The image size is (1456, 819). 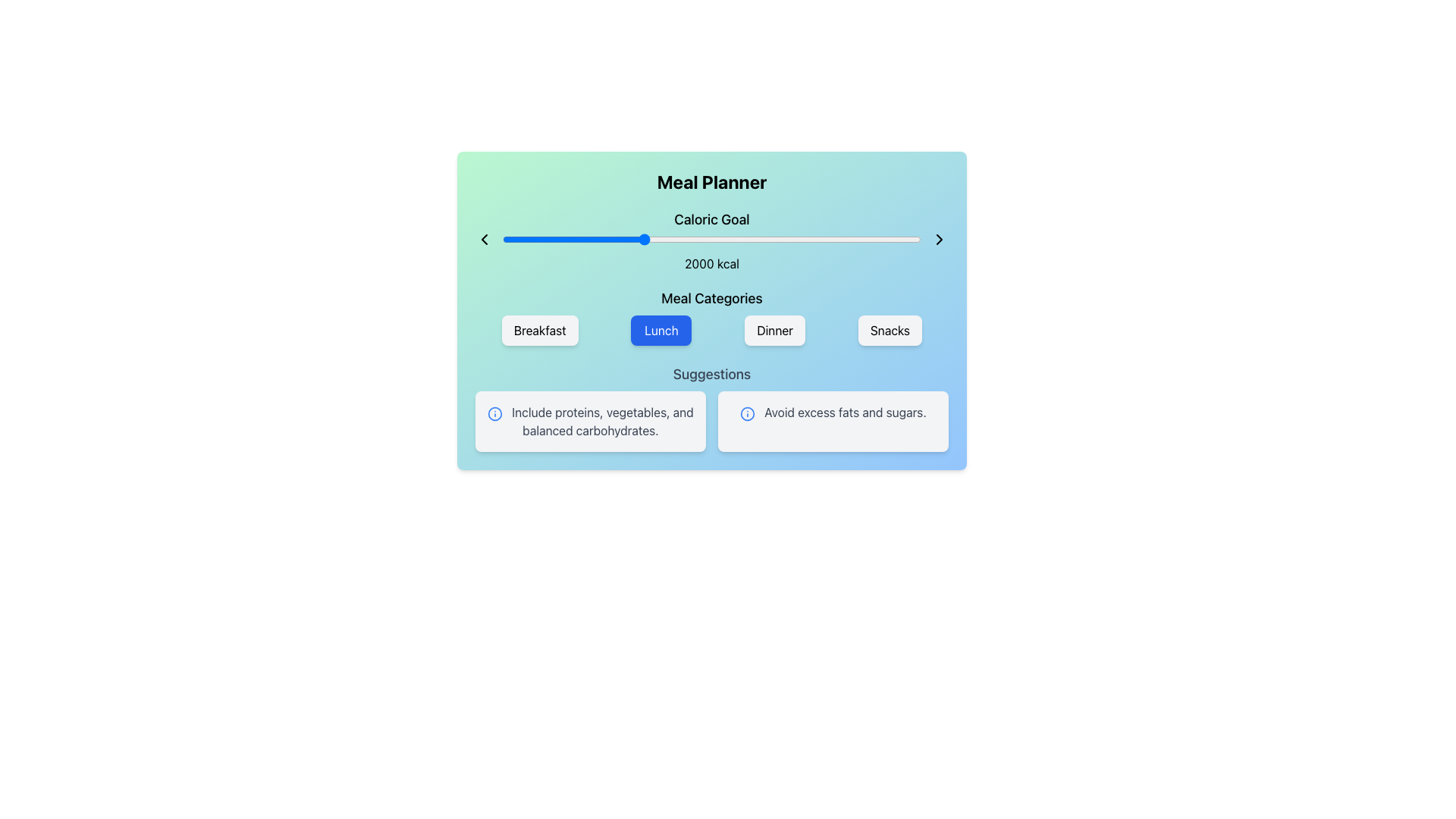 I want to click on the SVG circle component that is part of the information icon located to the left of the 'Avoid excess fats and sugars.' text in the 'Suggestions' section, so click(x=495, y=413).